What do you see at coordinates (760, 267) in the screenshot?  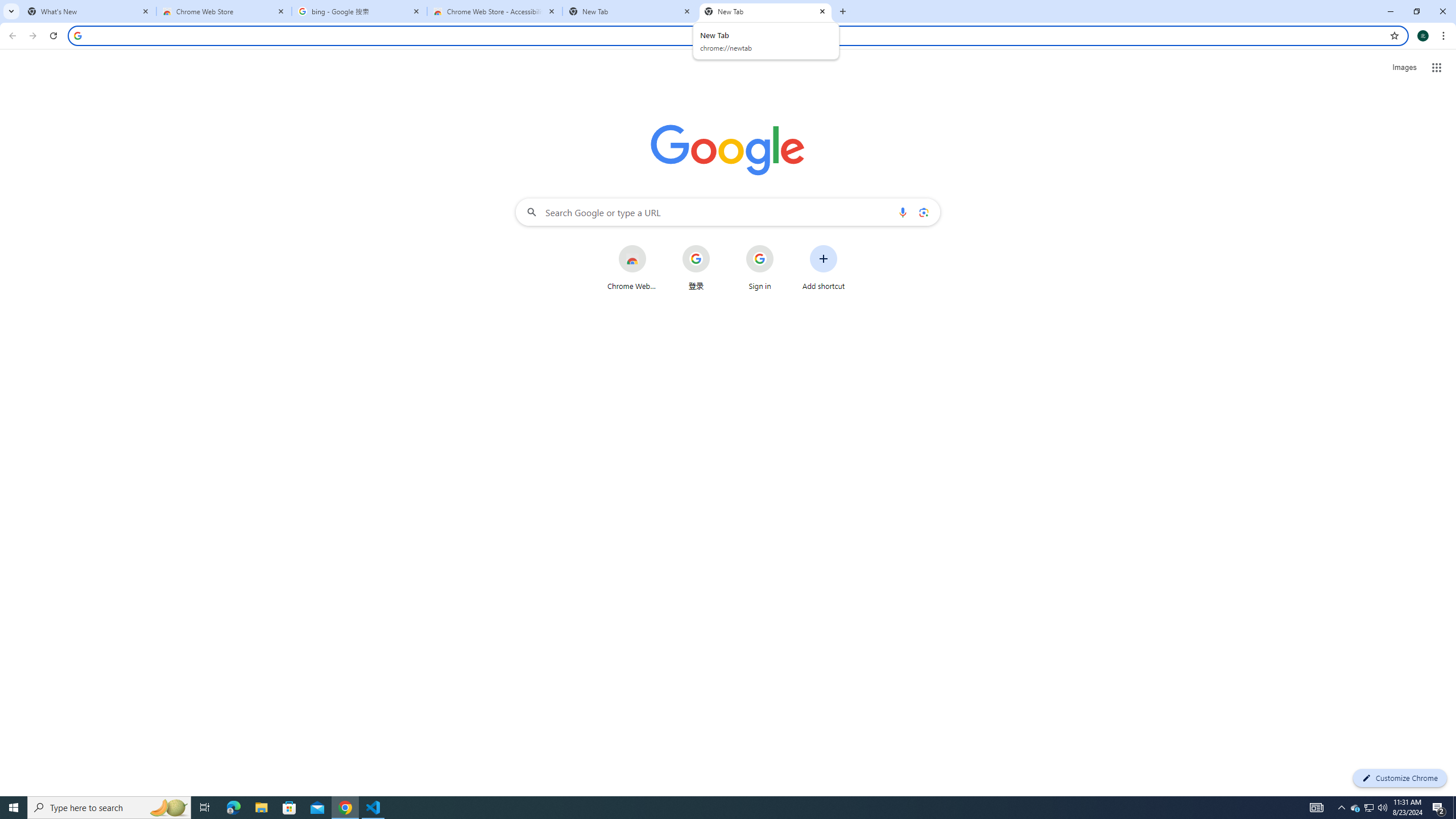 I see `'Sign in'` at bounding box center [760, 267].